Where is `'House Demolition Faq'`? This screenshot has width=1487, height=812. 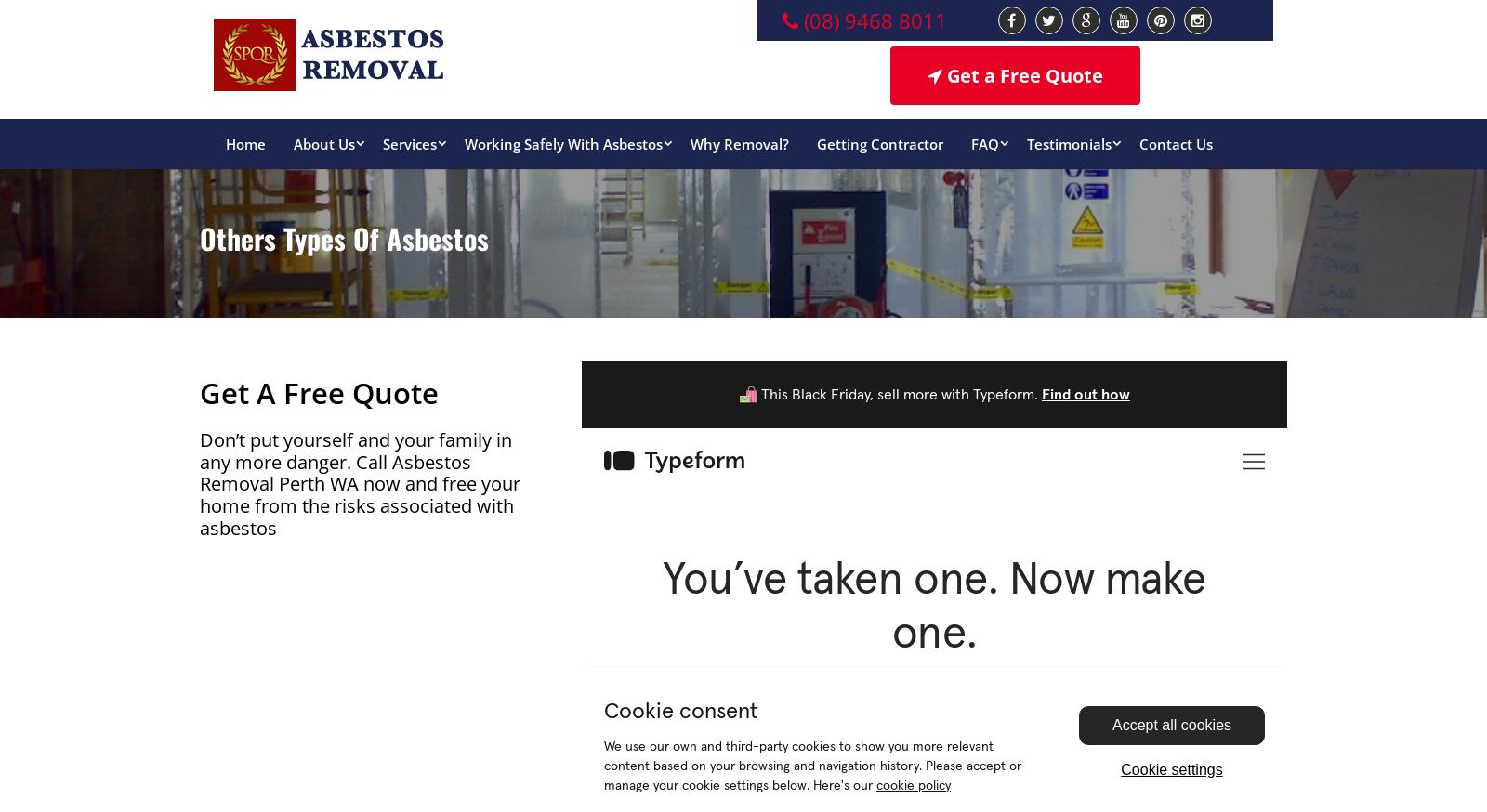 'House Demolition Faq' is located at coordinates (703, 612).